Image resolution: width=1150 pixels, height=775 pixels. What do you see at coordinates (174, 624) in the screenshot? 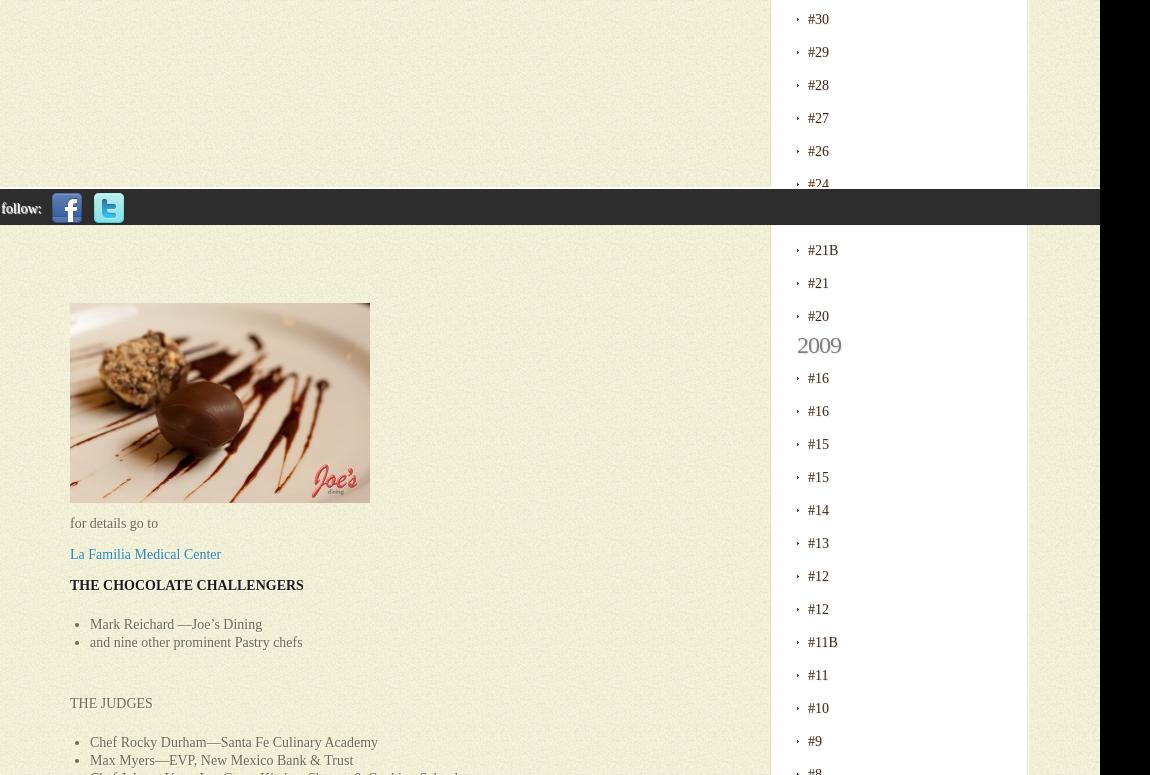
I see `'Mark Reichard —Joe’s Dining'` at bounding box center [174, 624].